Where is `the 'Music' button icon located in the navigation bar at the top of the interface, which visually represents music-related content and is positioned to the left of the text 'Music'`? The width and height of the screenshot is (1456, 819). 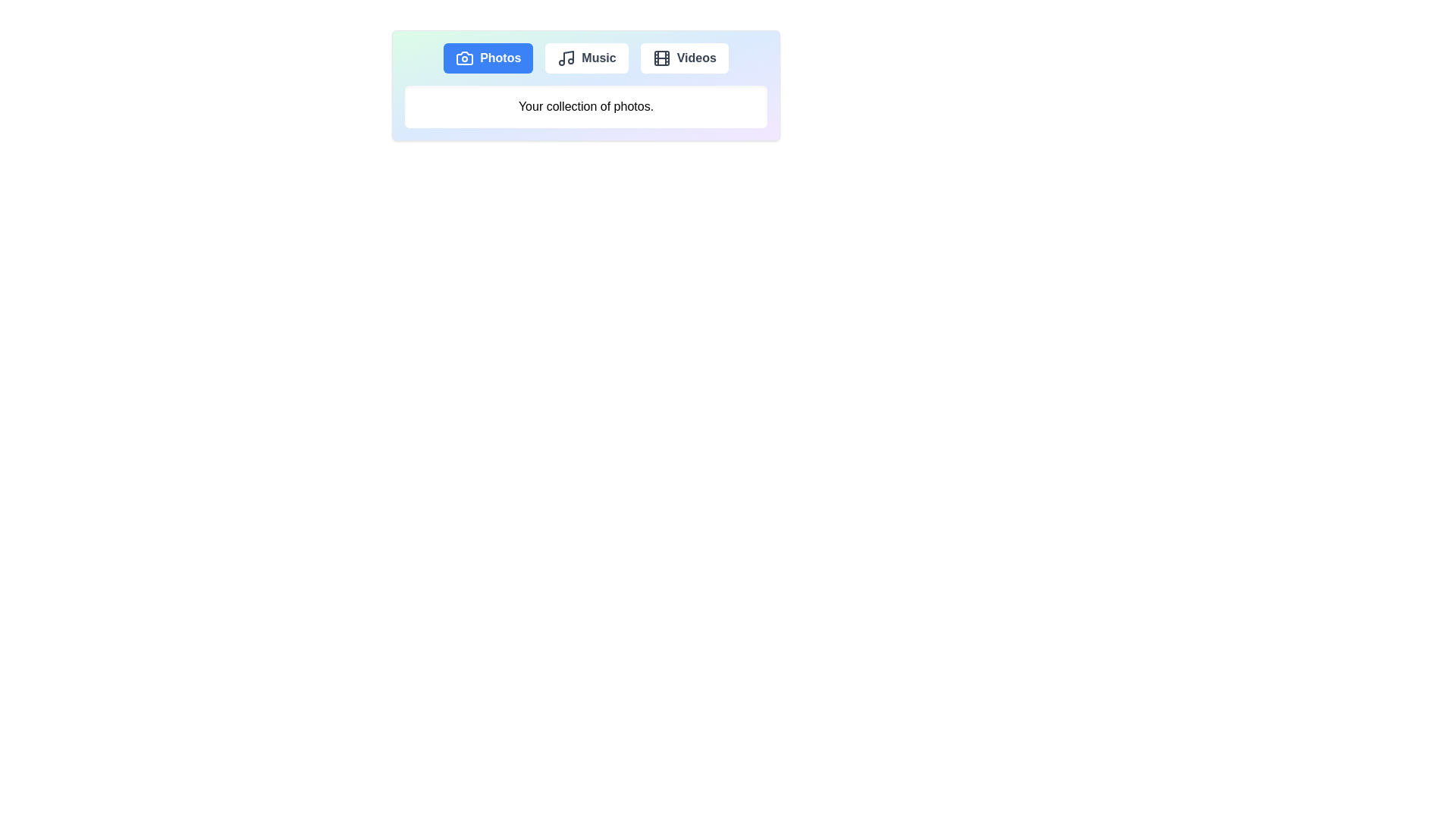
the 'Music' button icon located in the navigation bar at the top of the interface, which visually represents music-related content and is positioned to the left of the text 'Music' is located at coordinates (566, 58).